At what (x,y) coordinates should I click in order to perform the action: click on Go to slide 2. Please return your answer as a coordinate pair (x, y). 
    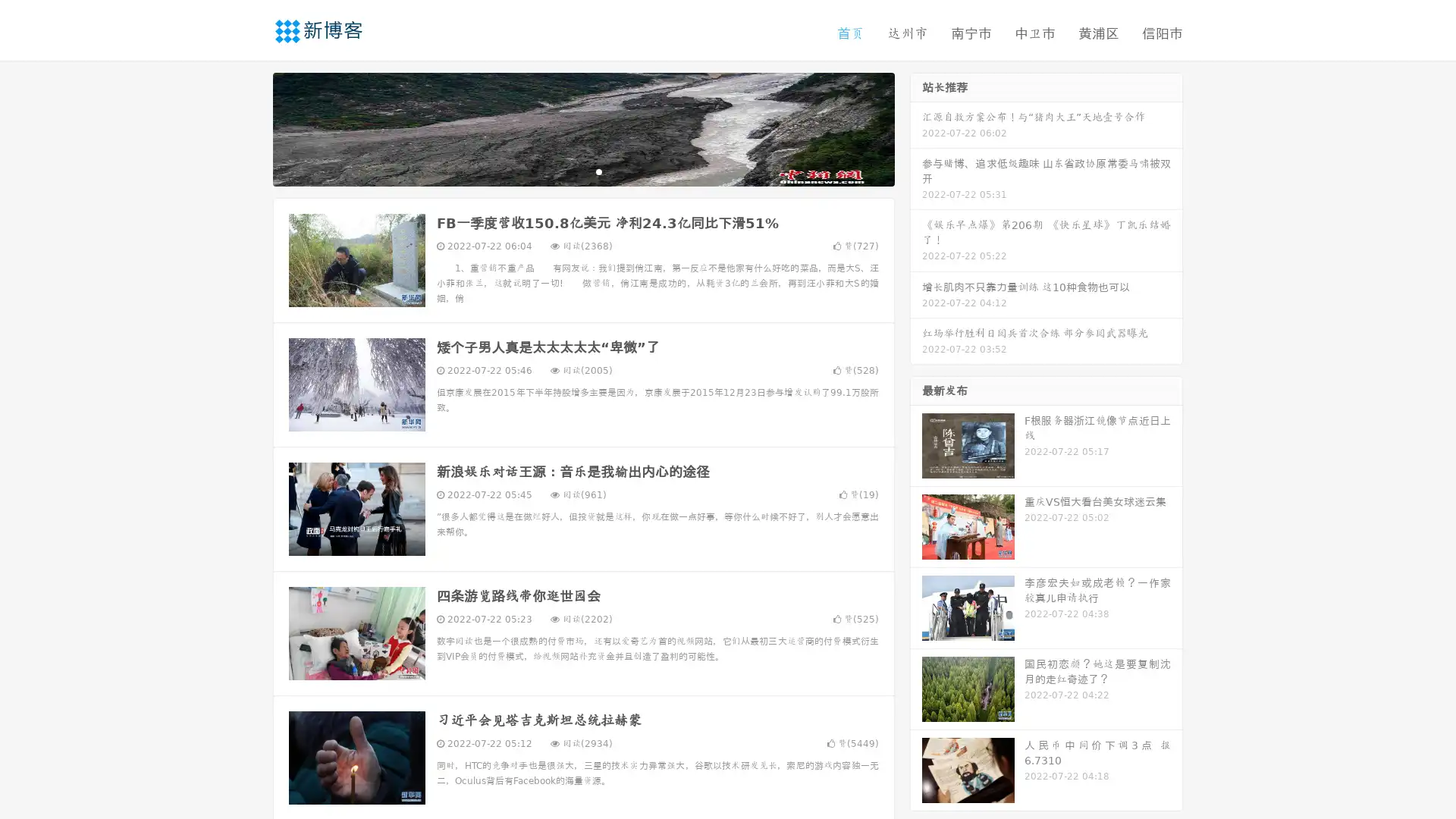
    Looking at the image, I should click on (582, 171).